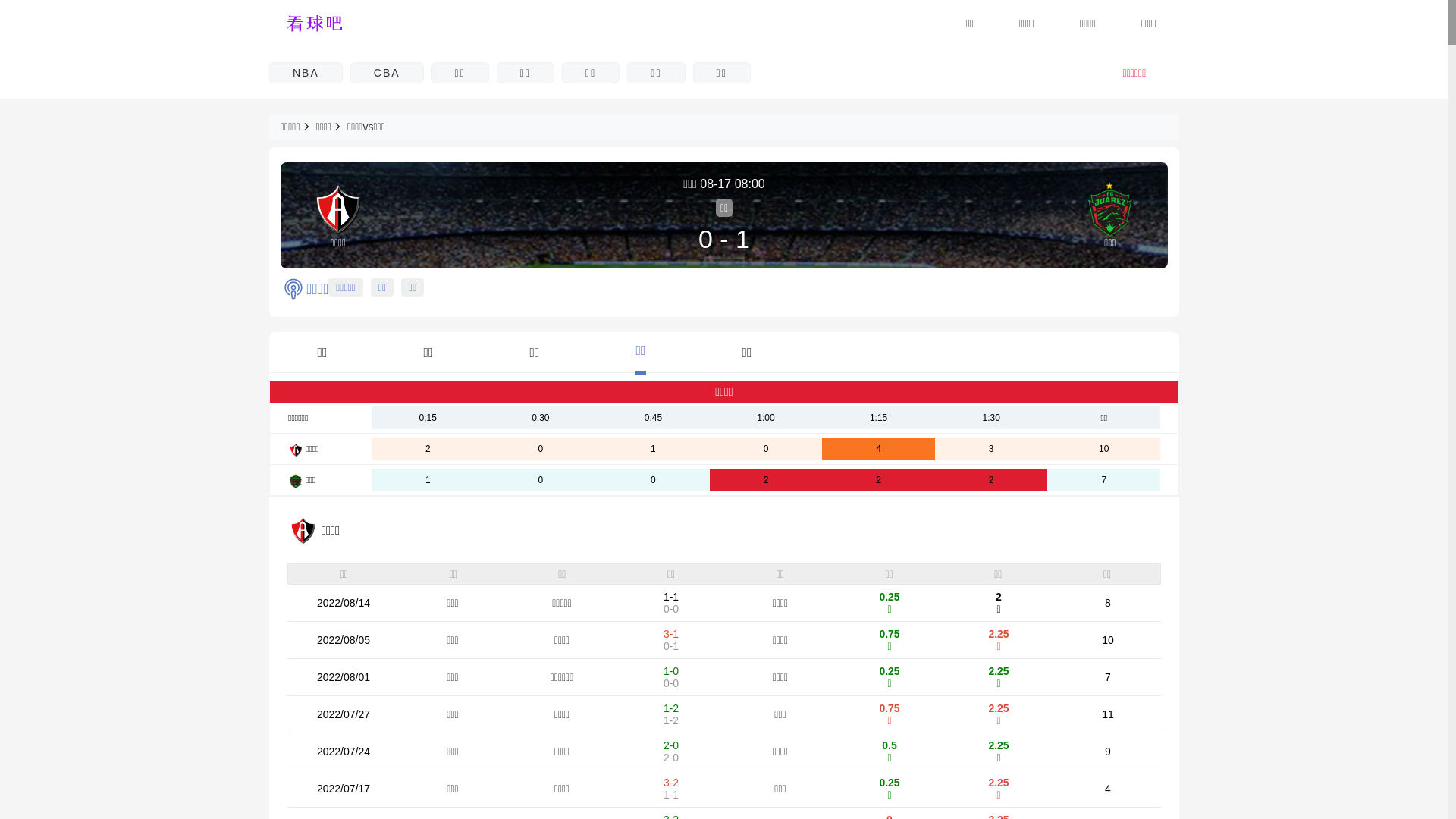 This screenshot has width=1456, height=819. What do you see at coordinates (305, 73) in the screenshot?
I see `'NBA'` at bounding box center [305, 73].